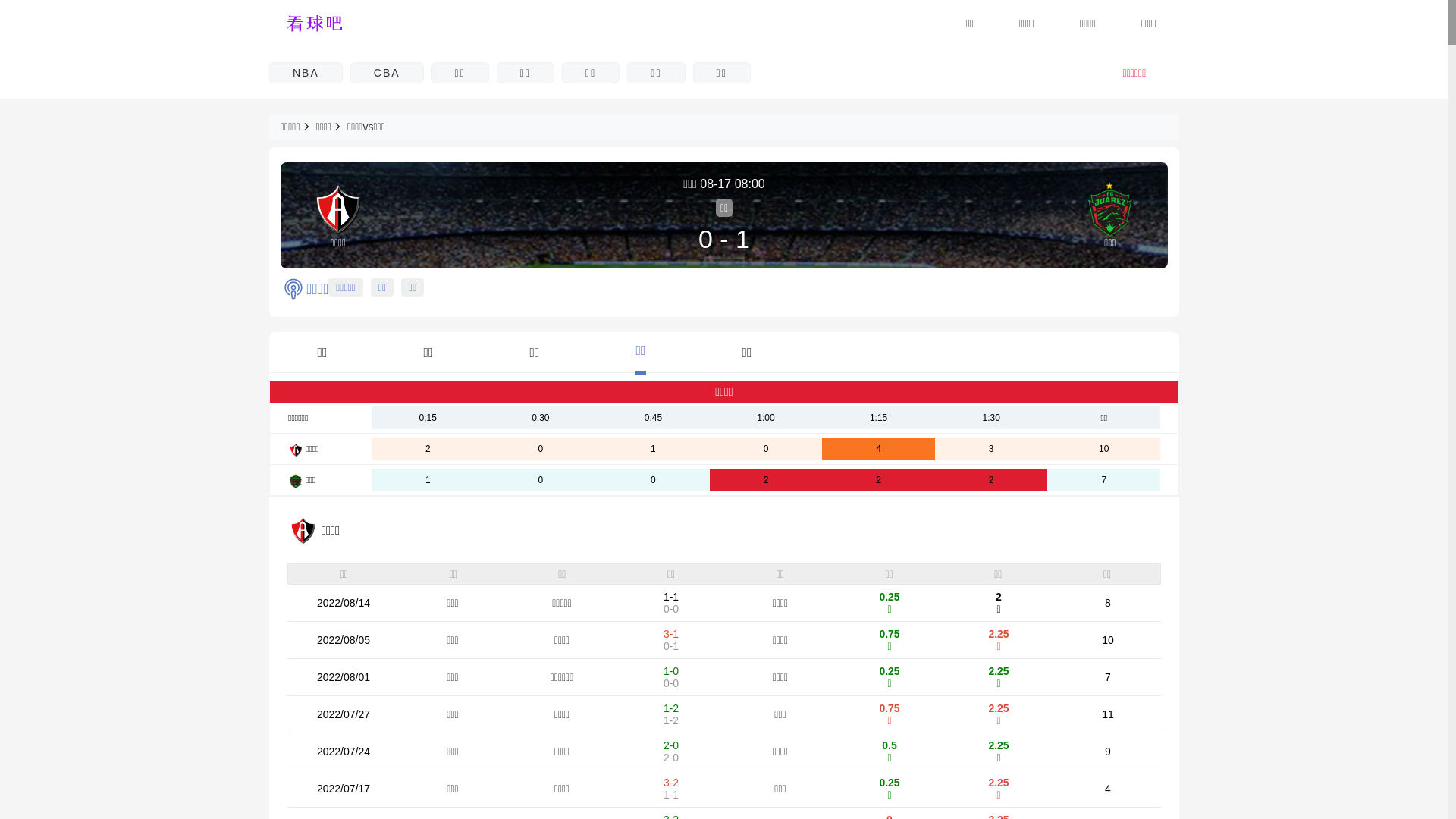 This screenshot has width=1456, height=819. What do you see at coordinates (305, 73) in the screenshot?
I see `'NBA'` at bounding box center [305, 73].